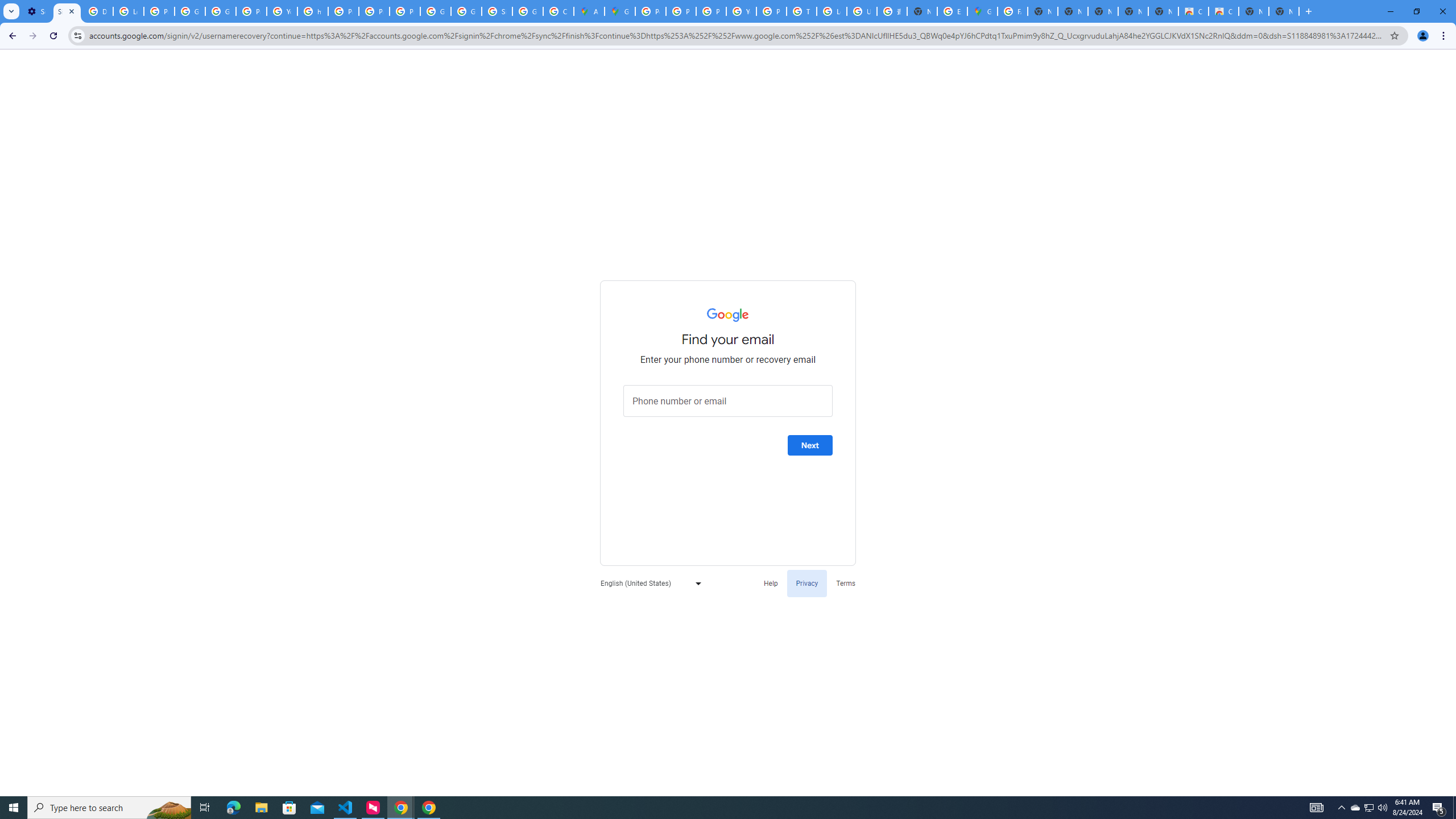 The height and width of the screenshot is (819, 1456). What do you see at coordinates (1284, 11) in the screenshot?
I see `'New Tab'` at bounding box center [1284, 11].